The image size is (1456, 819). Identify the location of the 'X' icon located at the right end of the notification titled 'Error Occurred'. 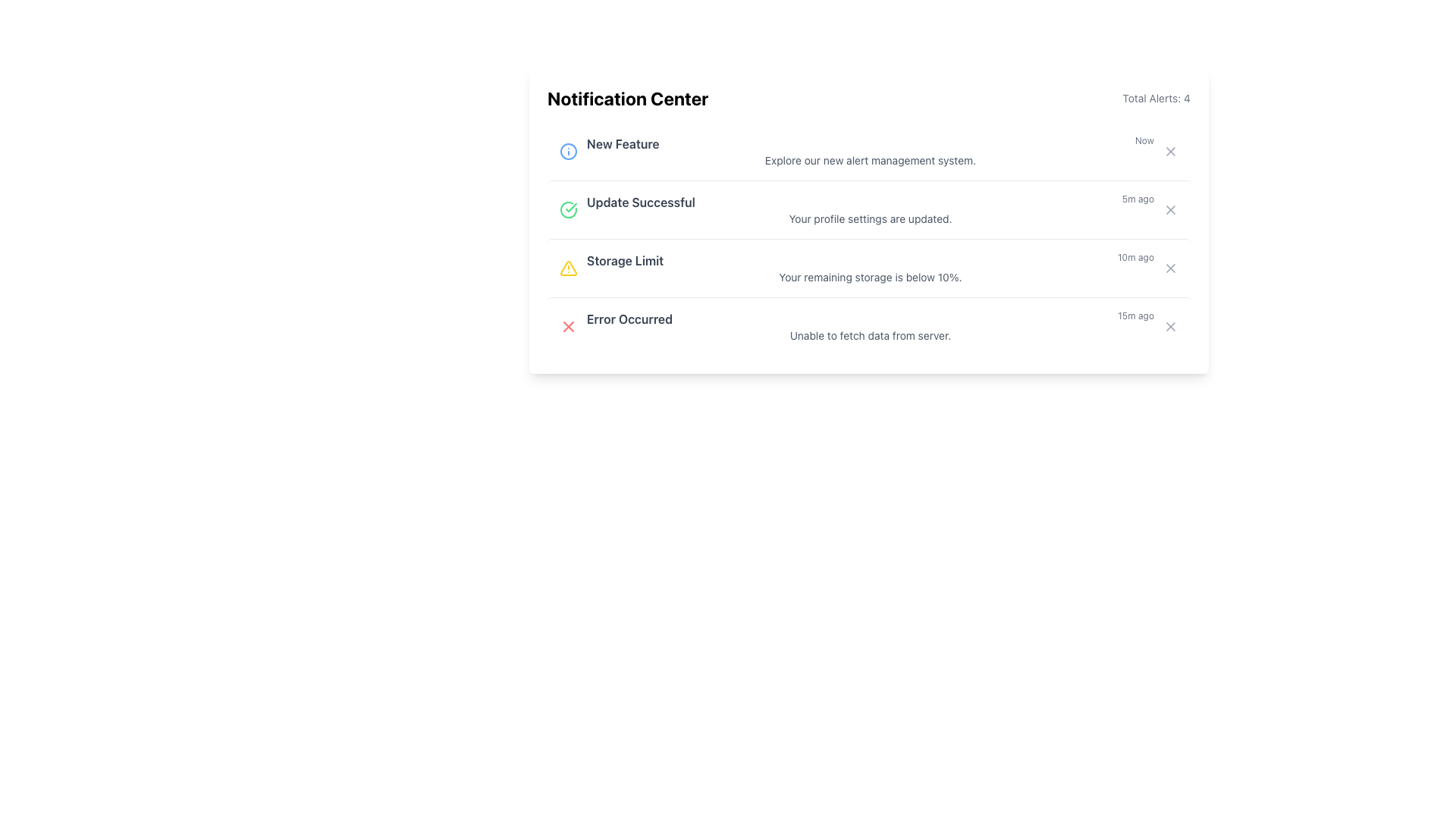
(1170, 326).